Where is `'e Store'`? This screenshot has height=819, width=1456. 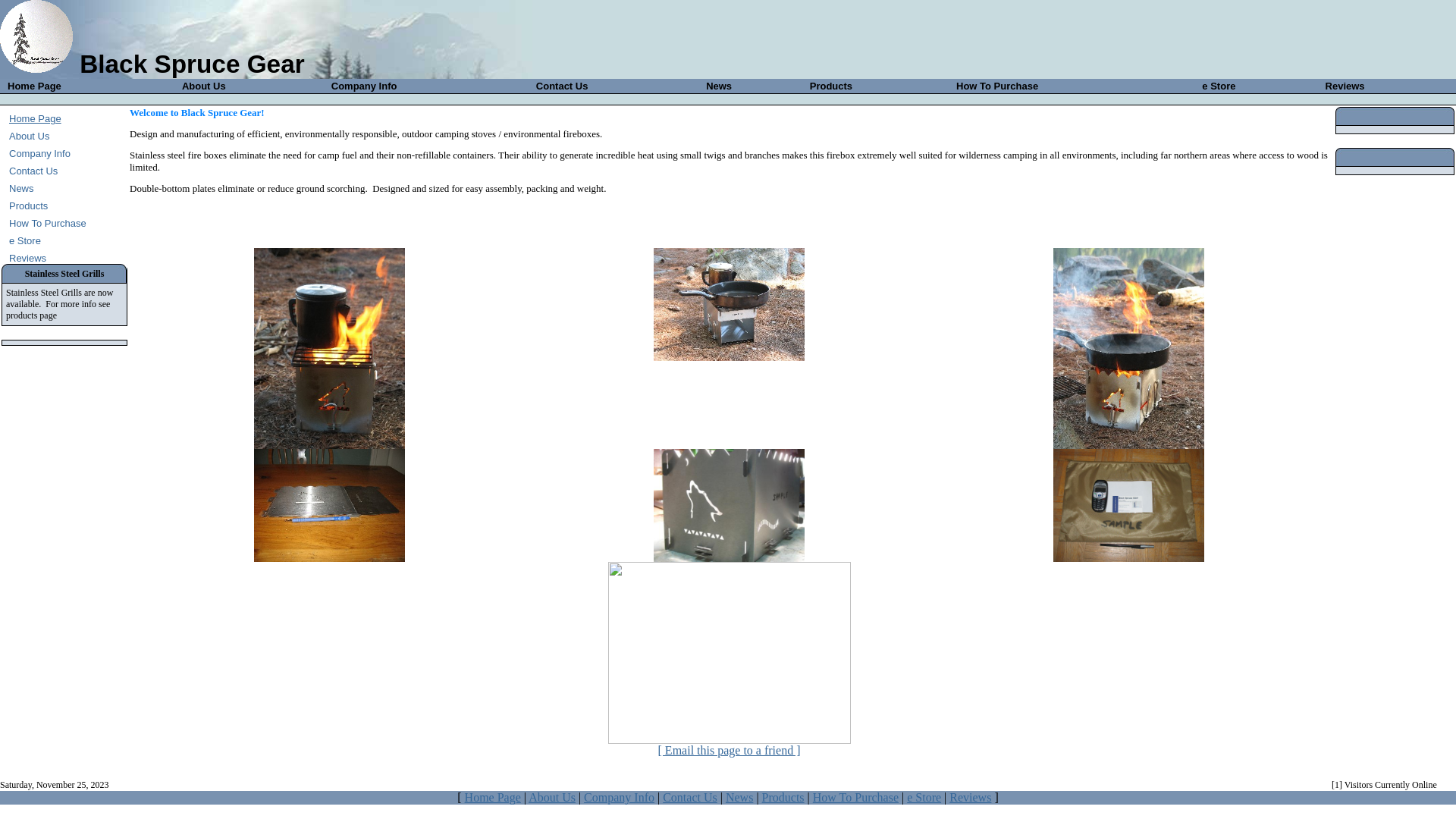 'e Store' is located at coordinates (1200, 86).